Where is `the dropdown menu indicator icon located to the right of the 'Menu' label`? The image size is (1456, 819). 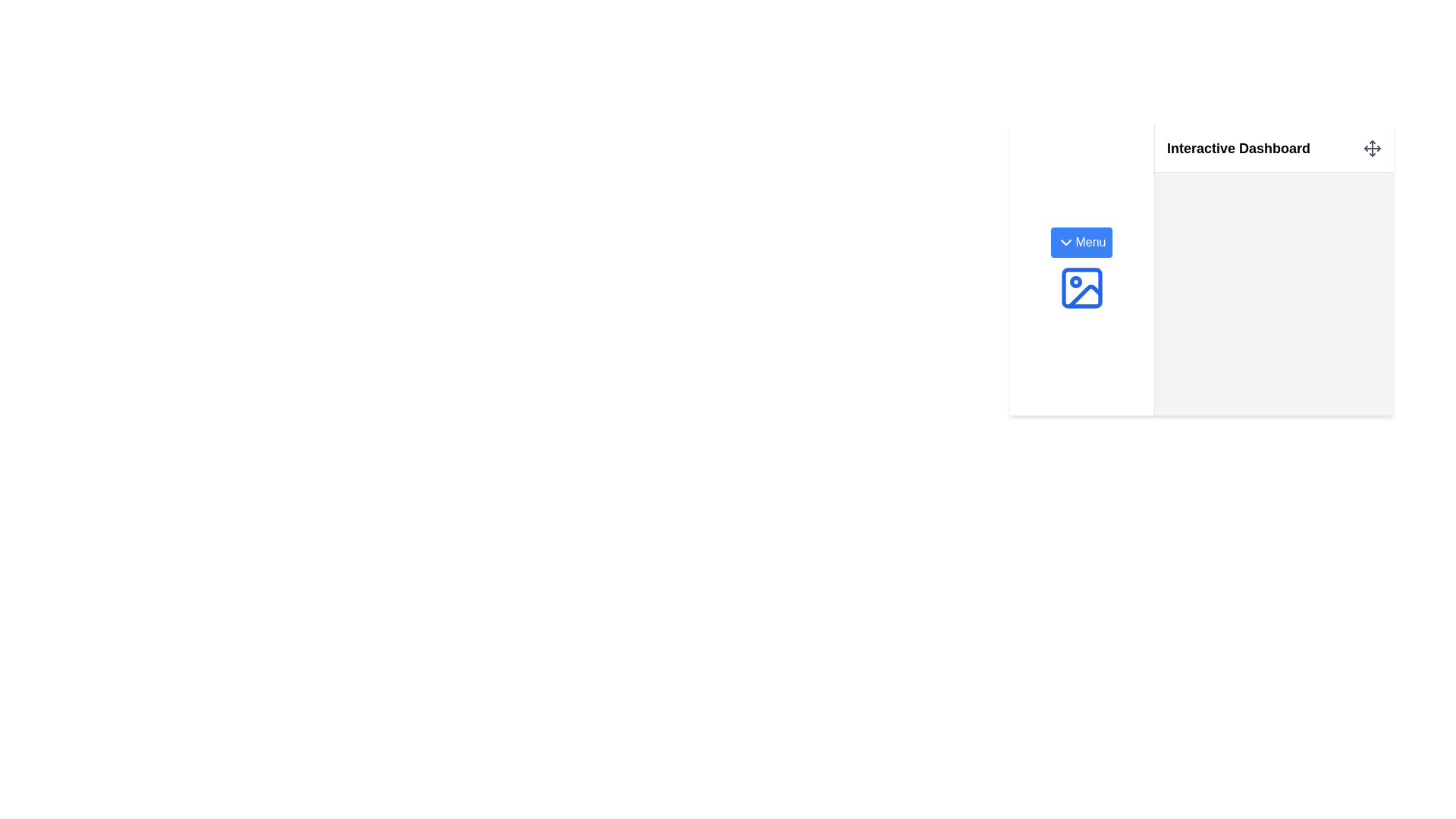
the dropdown menu indicator icon located to the right of the 'Menu' label is located at coordinates (1065, 242).